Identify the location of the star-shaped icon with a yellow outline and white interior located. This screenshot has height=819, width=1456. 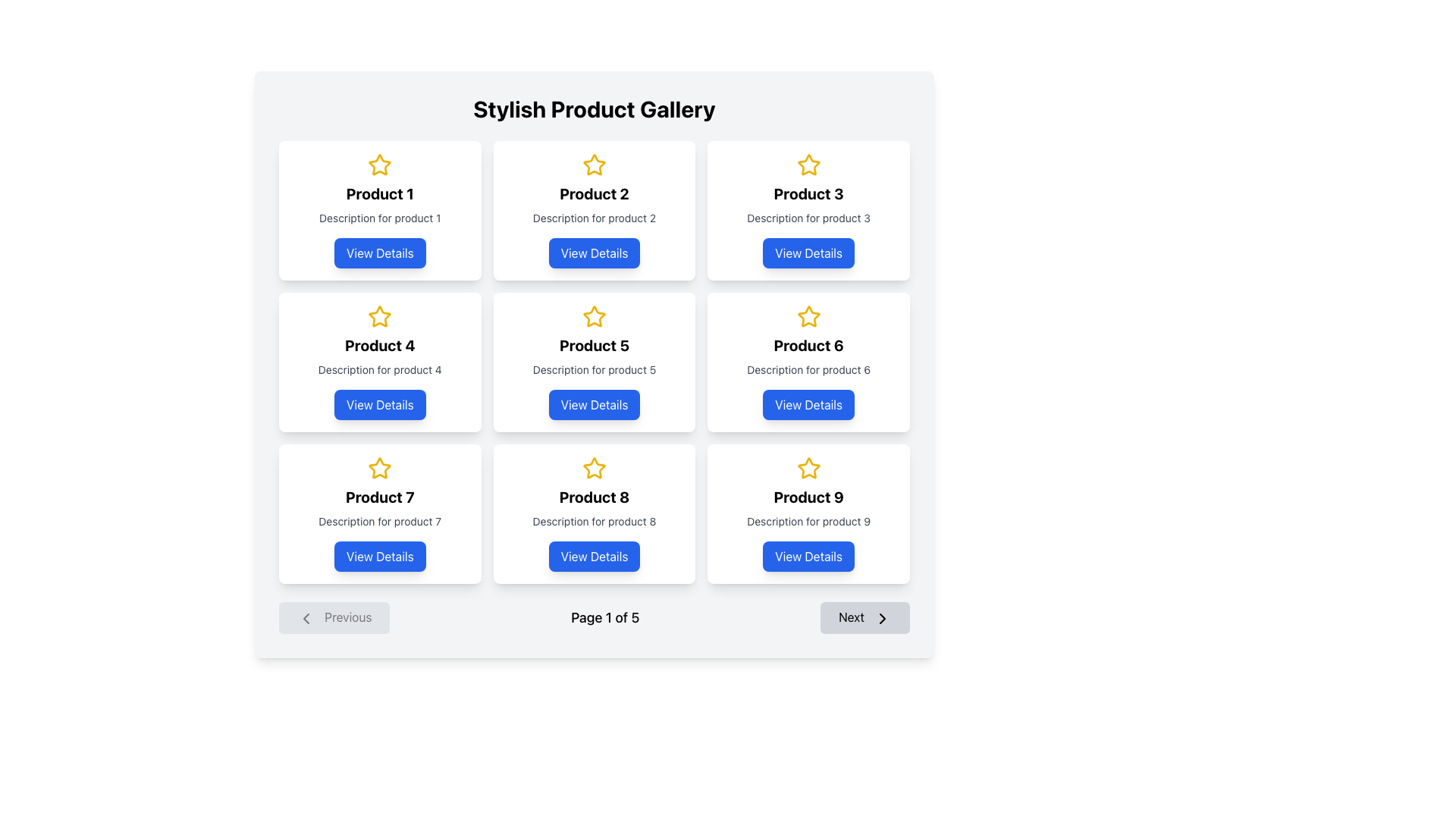
(593, 467).